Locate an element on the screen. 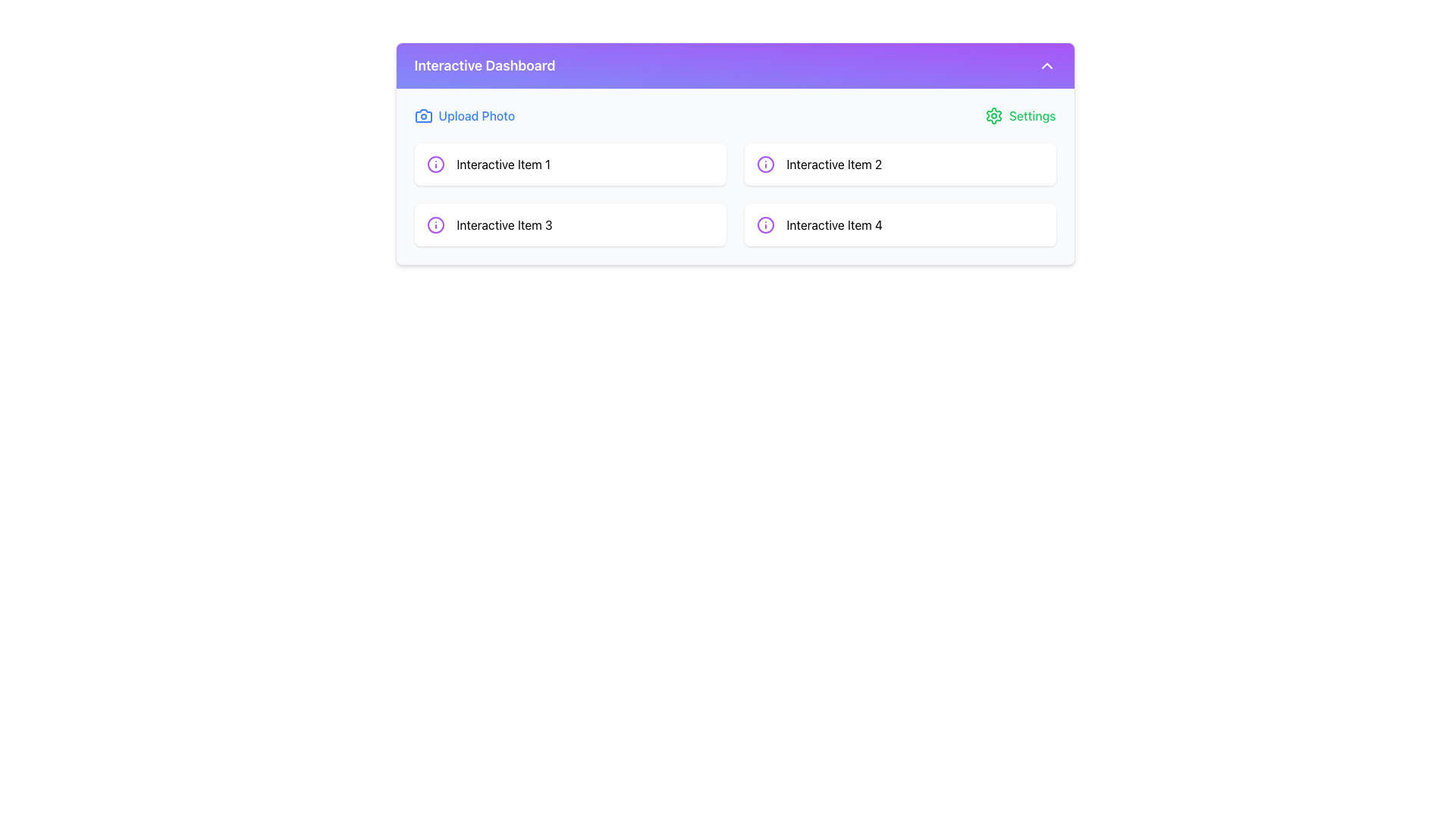  the circular icon element with a purple border located in the 'Interactive Item 3' section is located at coordinates (435, 164).